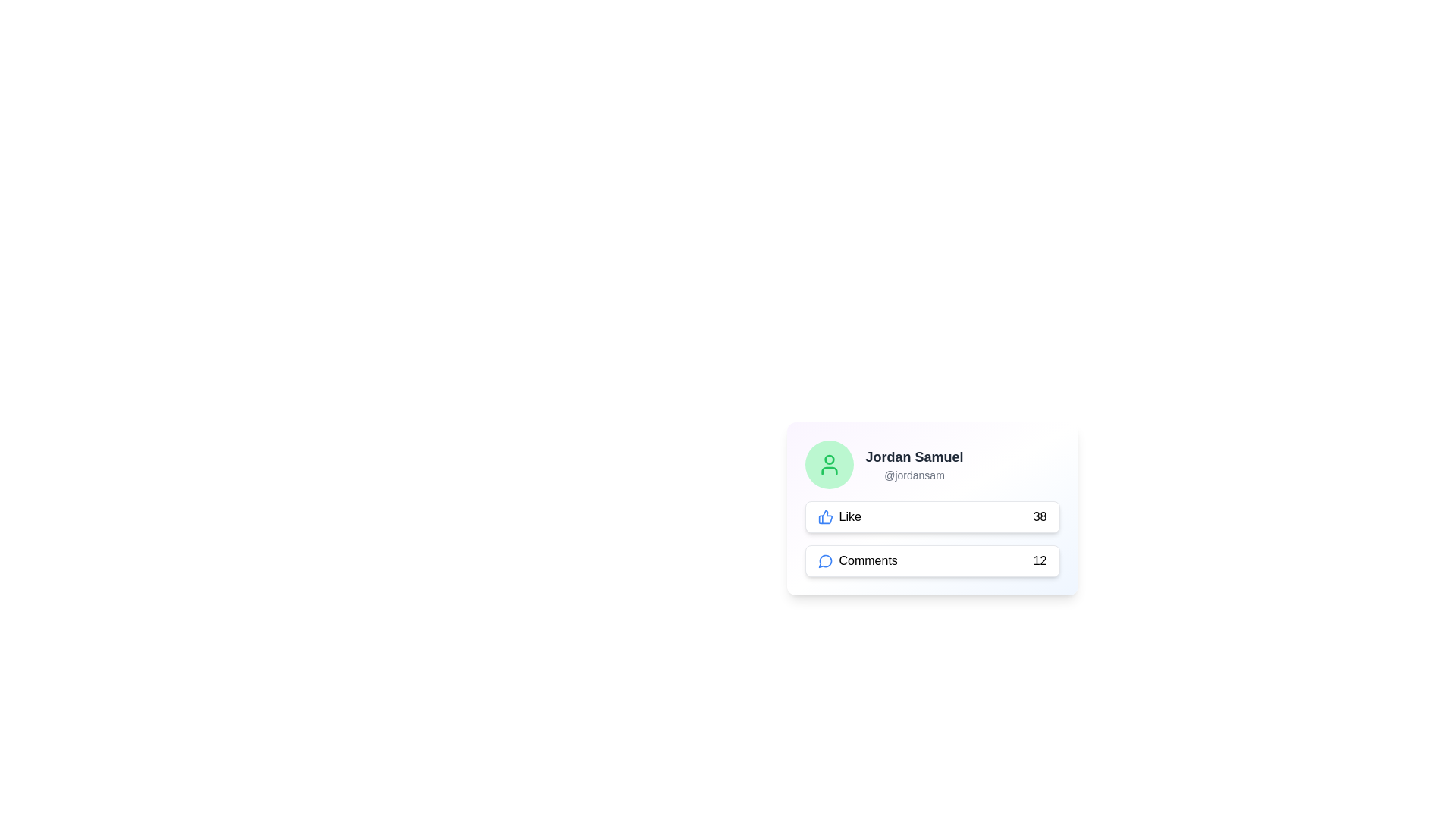 This screenshot has height=819, width=1456. I want to click on the 'Comments' button located below the 'Like' button in the user profile section, so click(931, 561).